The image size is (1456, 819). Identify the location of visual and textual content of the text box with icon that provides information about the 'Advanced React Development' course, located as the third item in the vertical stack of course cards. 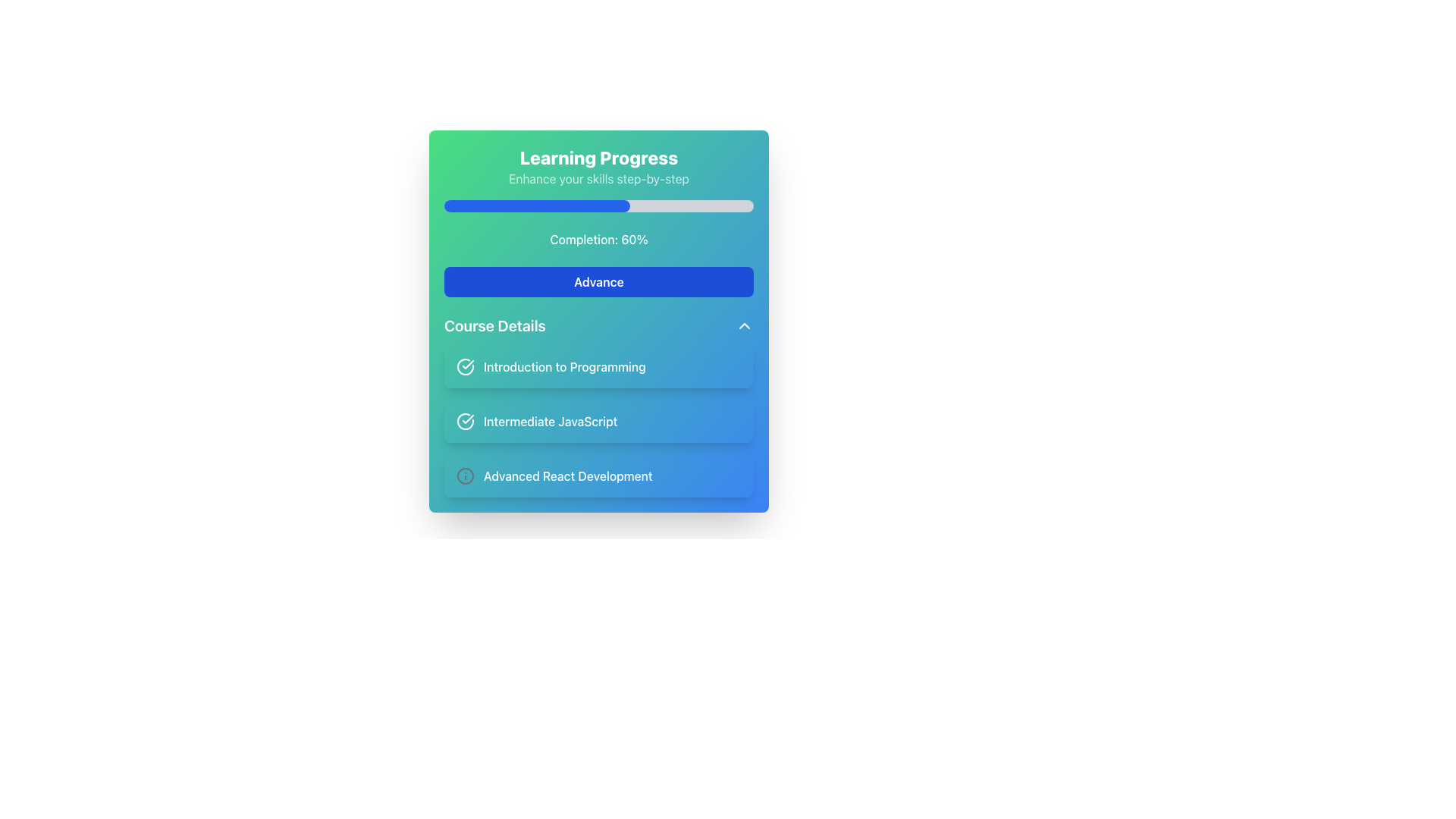
(598, 475).